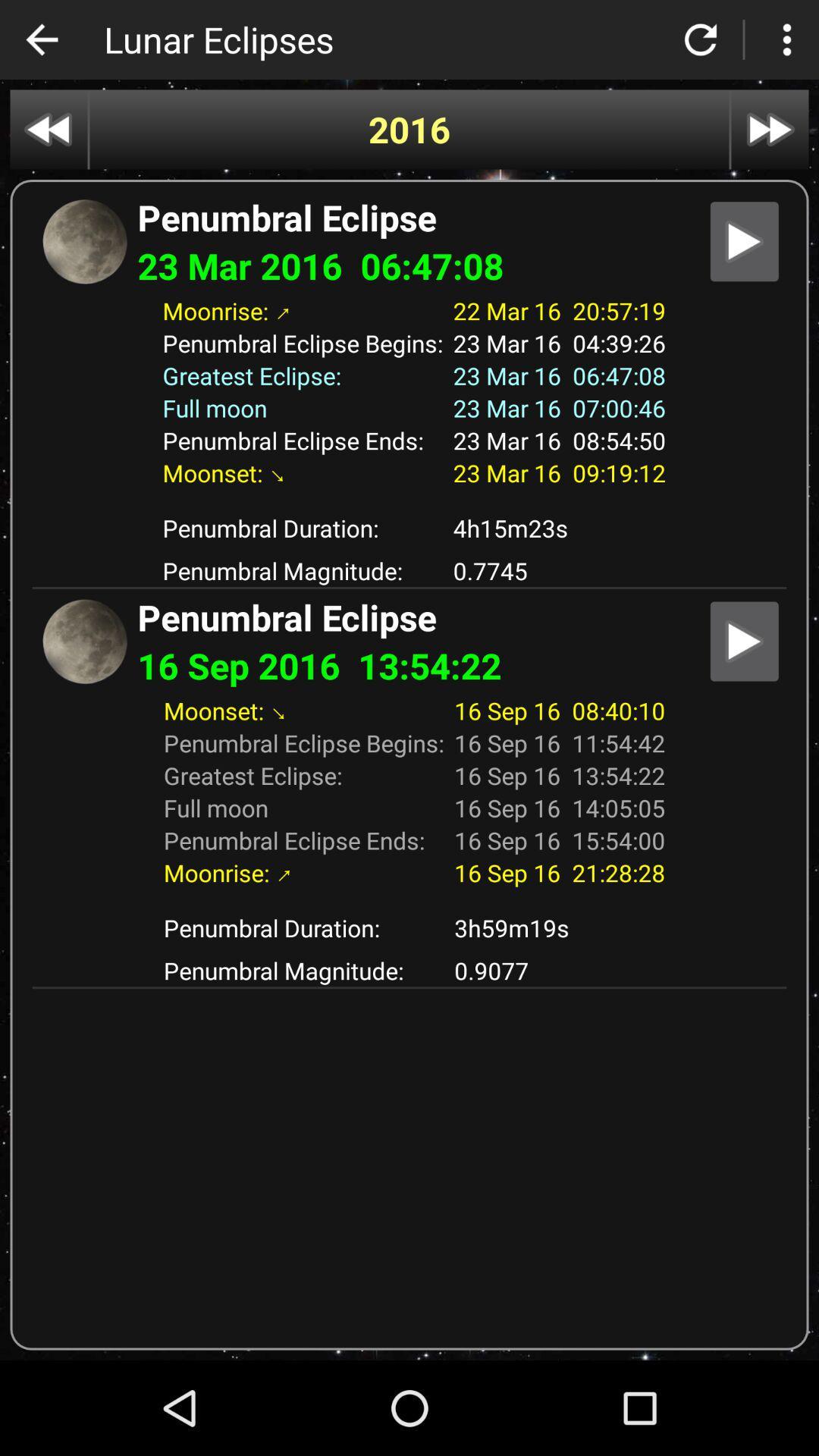  What do you see at coordinates (770, 130) in the screenshot?
I see `next page` at bounding box center [770, 130].